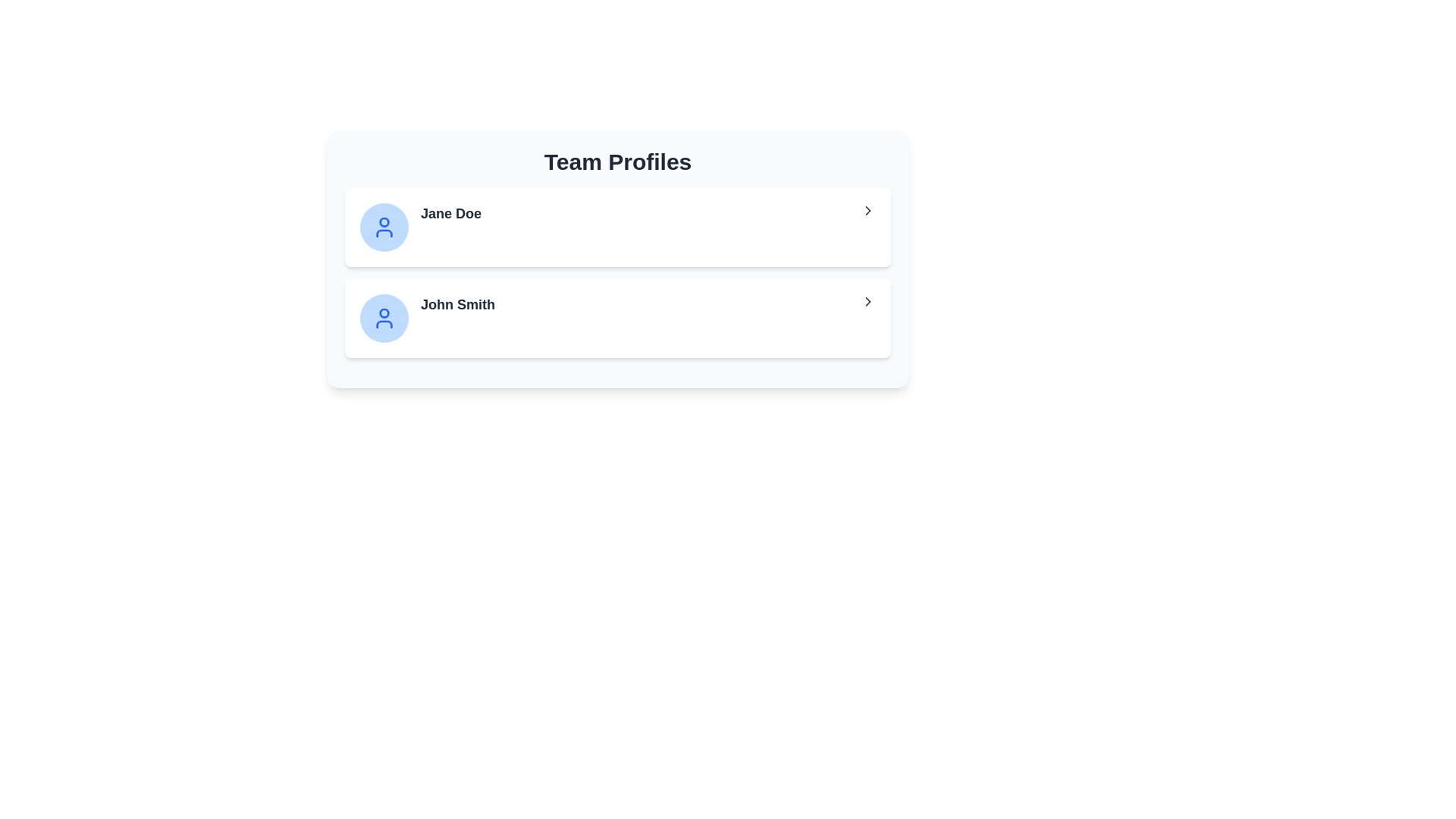 This screenshot has width=1456, height=819. What do you see at coordinates (384, 318) in the screenshot?
I see `the User Avatar, which is a circular icon with a light blue background and a blue user silhouette, located to the left of the name 'John Smith' in the second row of a list` at bounding box center [384, 318].